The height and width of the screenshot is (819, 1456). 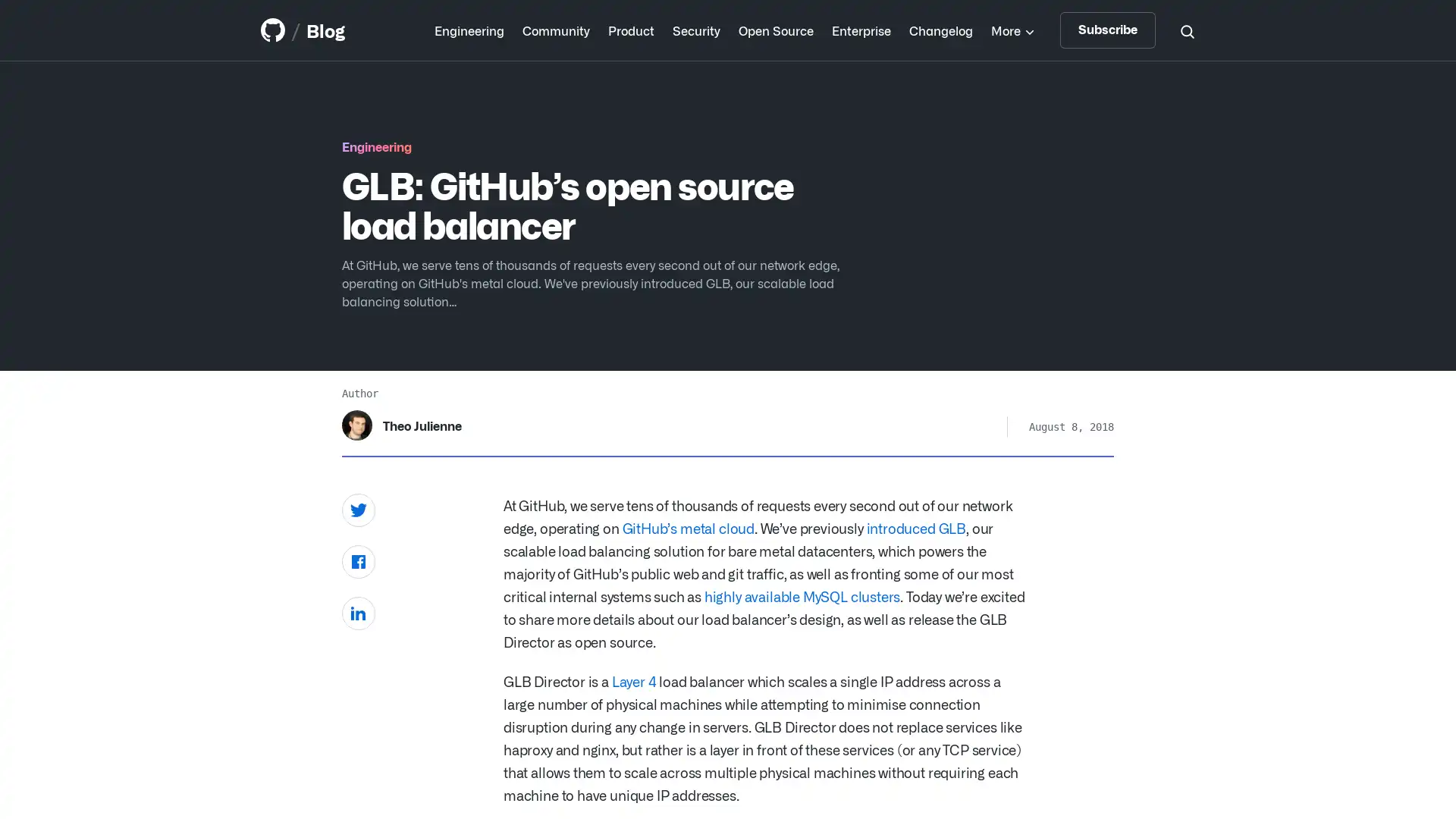 What do you see at coordinates (1013, 29) in the screenshot?
I see `More` at bounding box center [1013, 29].